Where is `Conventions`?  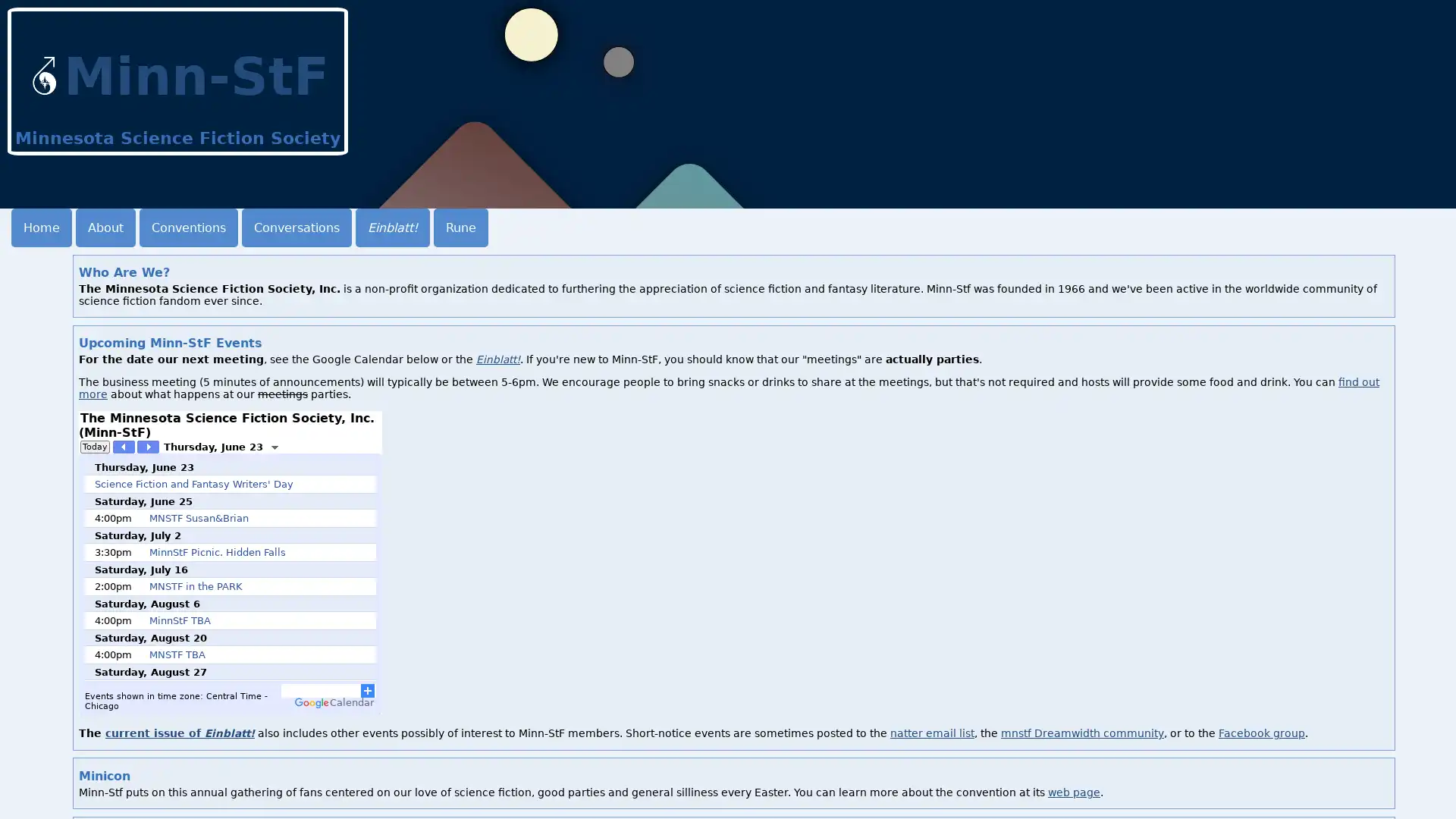 Conventions is located at coordinates (188, 227).